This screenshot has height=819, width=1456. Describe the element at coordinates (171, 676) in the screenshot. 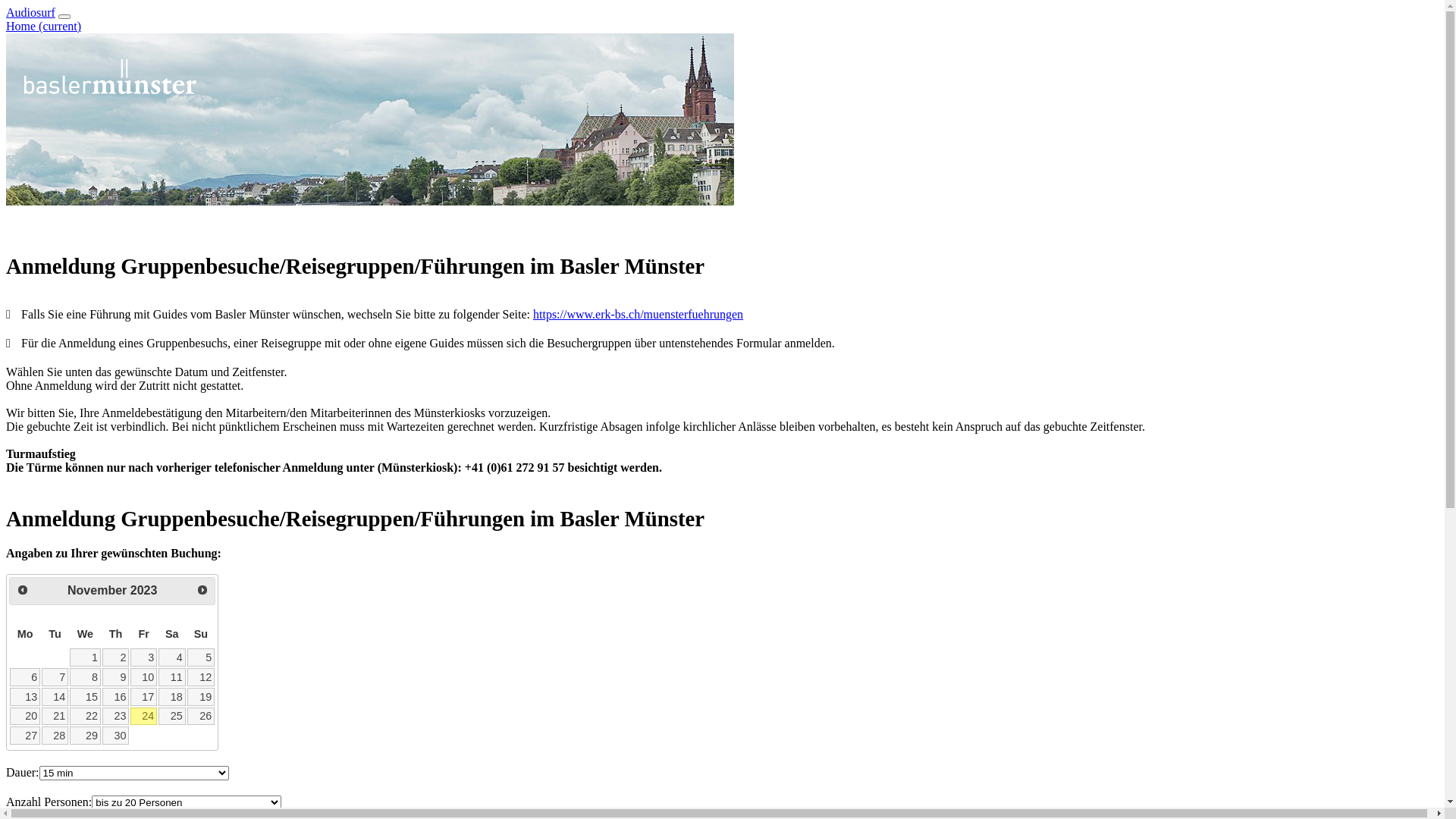

I see `'11'` at that location.